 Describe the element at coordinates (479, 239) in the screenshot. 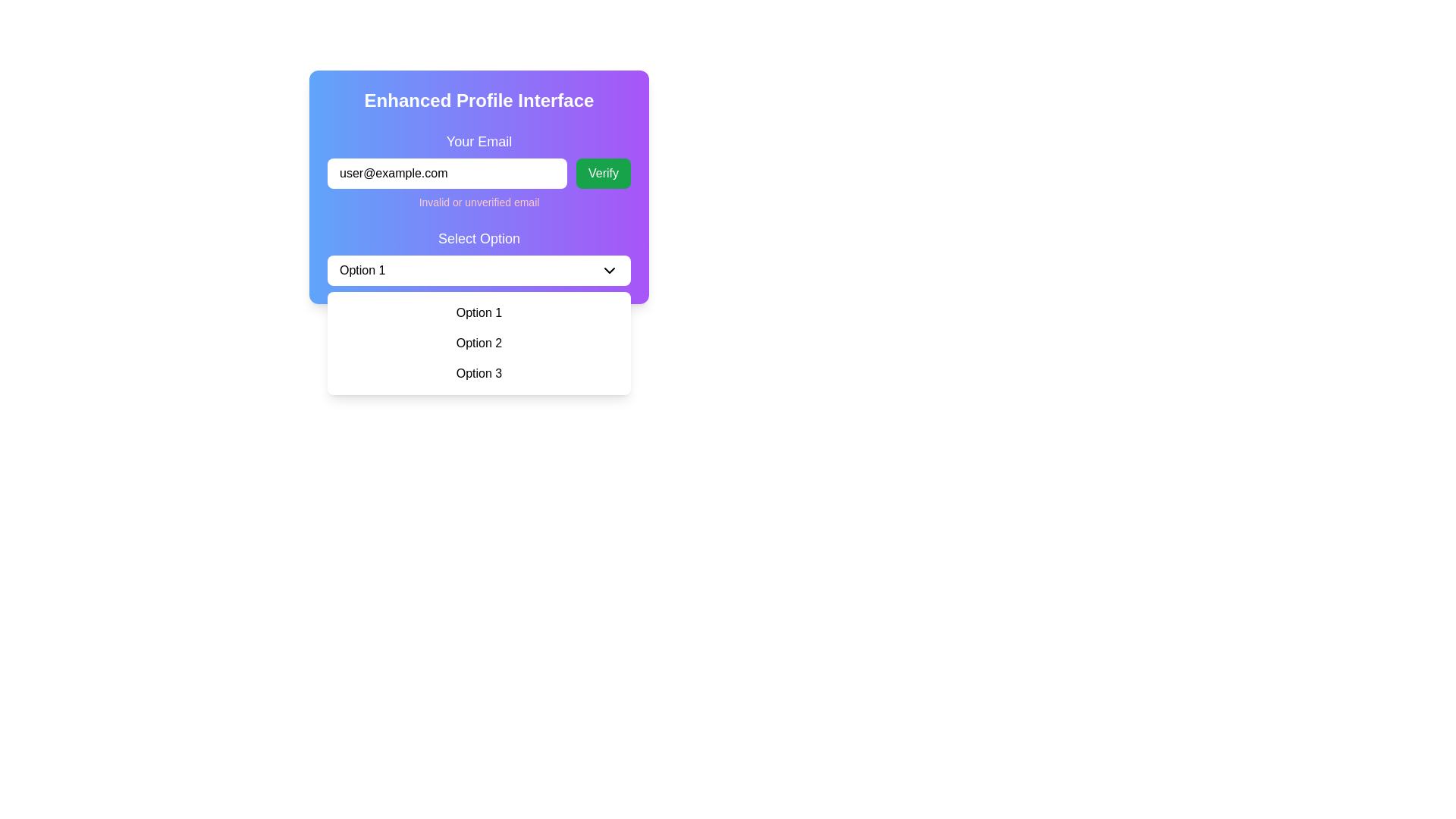

I see `the 'Select Option' label, which is a large text label positioned at the top of the dropdown menu` at that location.